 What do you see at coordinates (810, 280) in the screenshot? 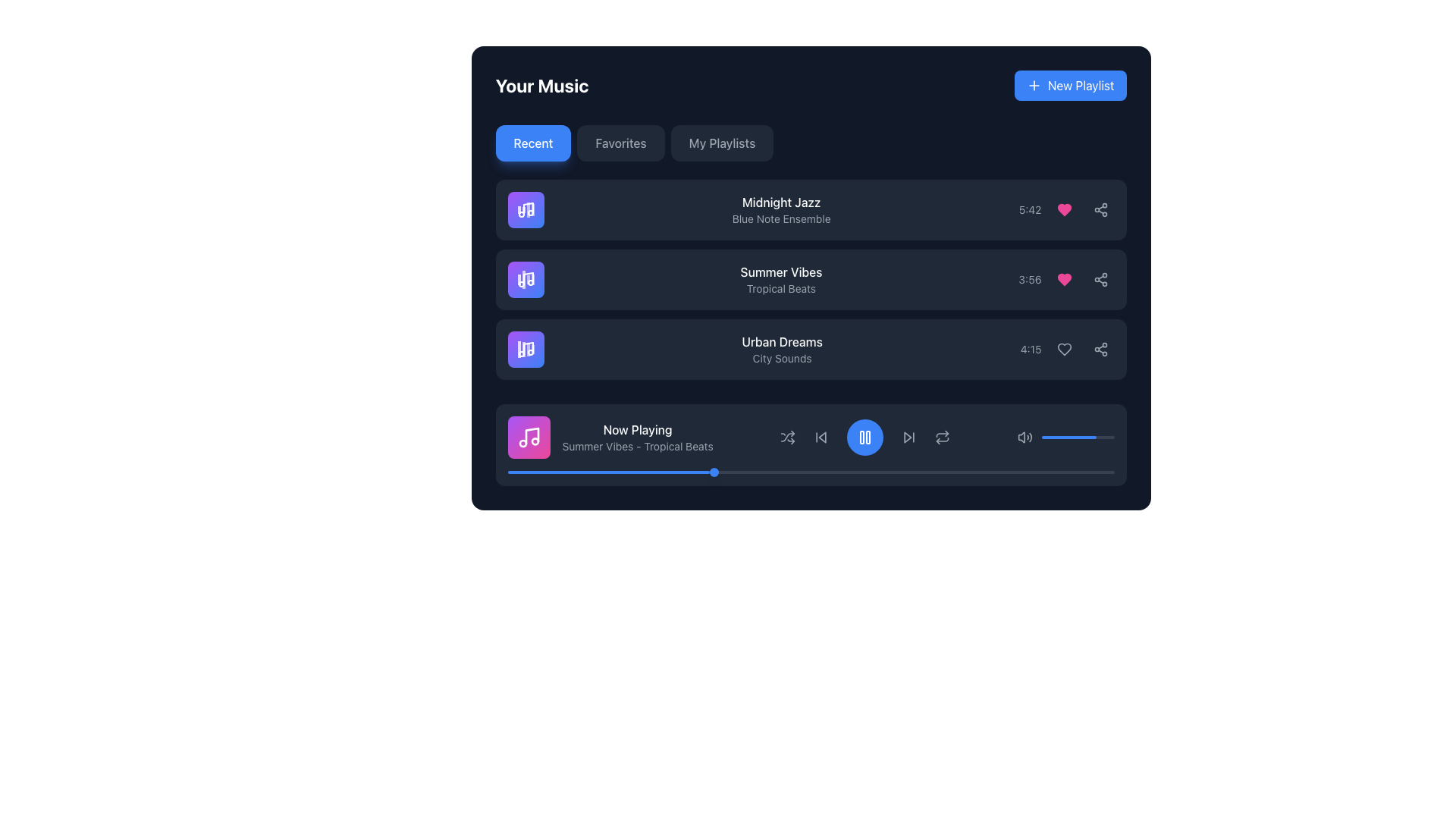
I see `the song entry 'Summer Vibes'` at bounding box center [810, 280].